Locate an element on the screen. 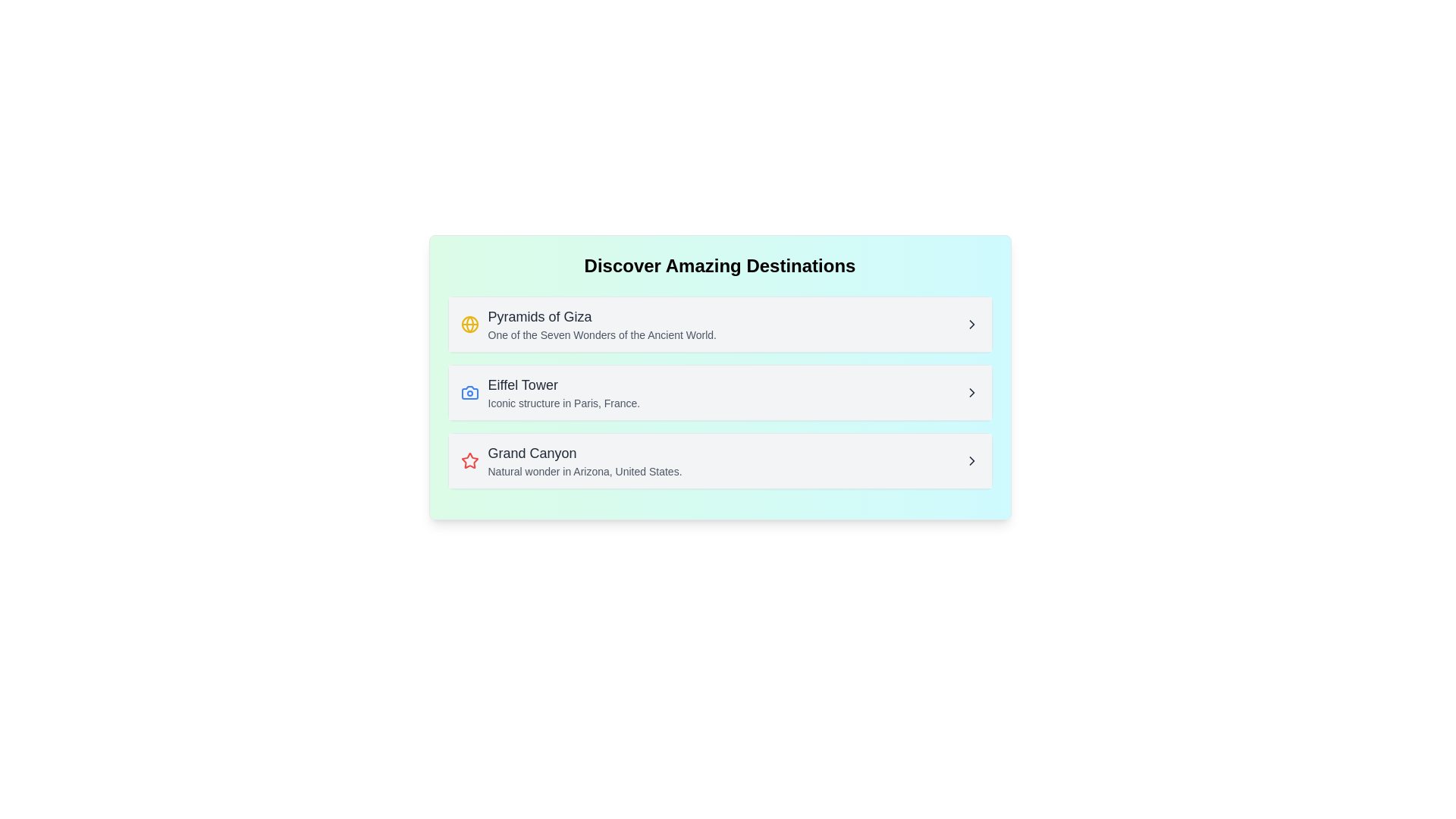 Image resolution: width=1456 pixels, height=819 pixels. the right-pointing chevron icon located at the far-right end of the row titled 'Pyramids of Giza' is located at coordinates (971, 324).